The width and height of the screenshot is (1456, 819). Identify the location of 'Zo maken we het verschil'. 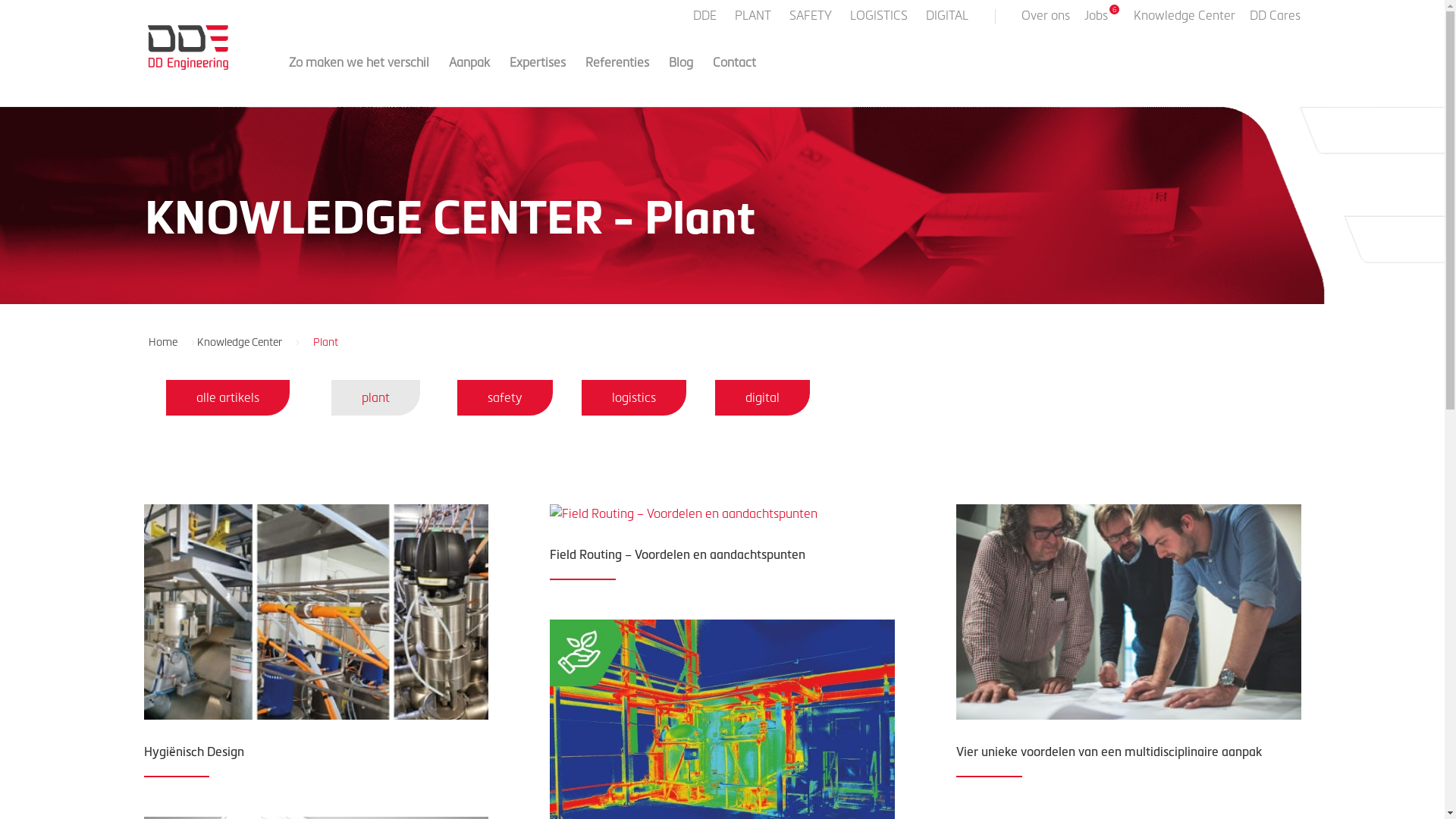
(357, 75).